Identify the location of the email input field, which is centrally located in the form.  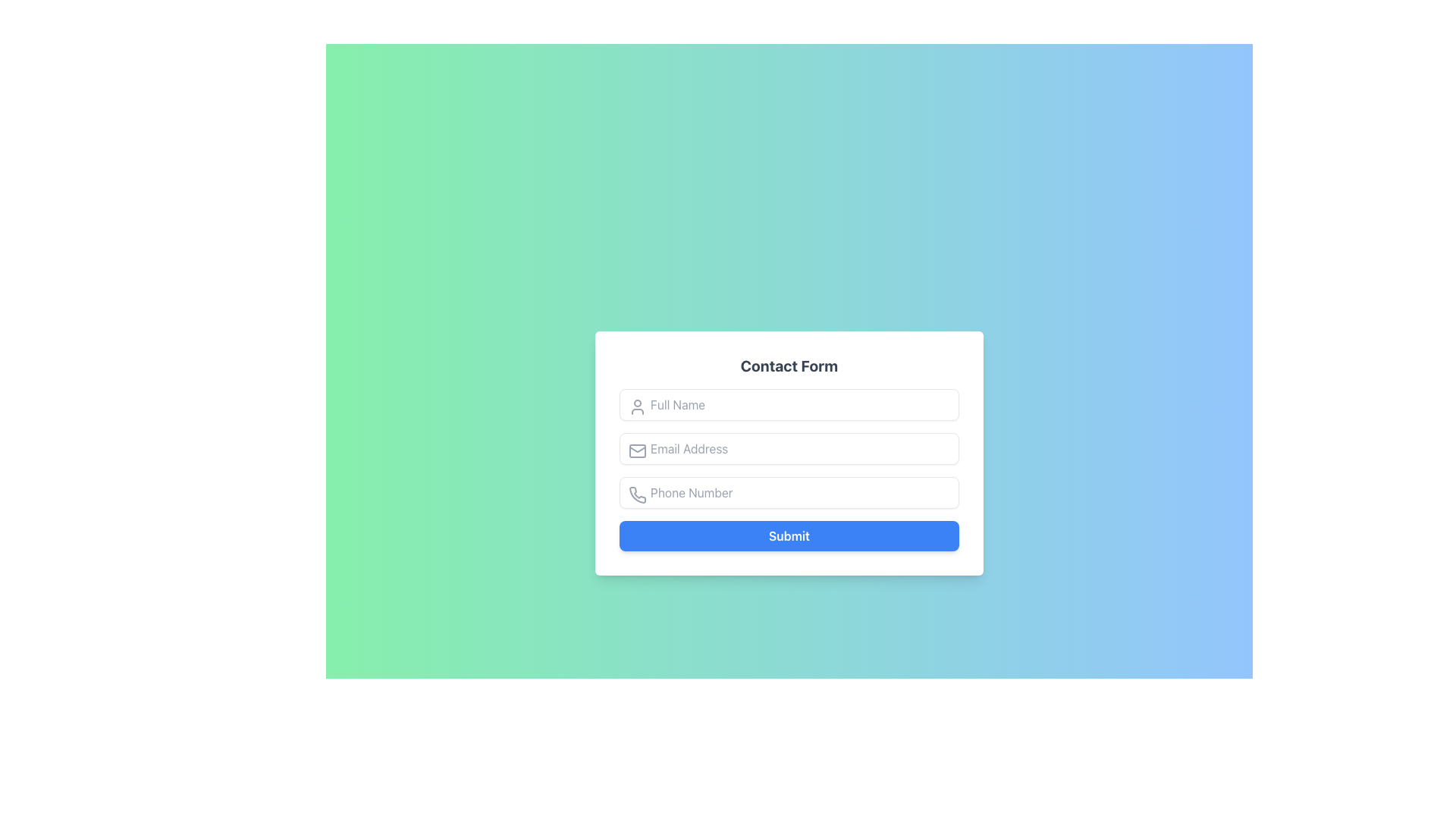
(789, 447).